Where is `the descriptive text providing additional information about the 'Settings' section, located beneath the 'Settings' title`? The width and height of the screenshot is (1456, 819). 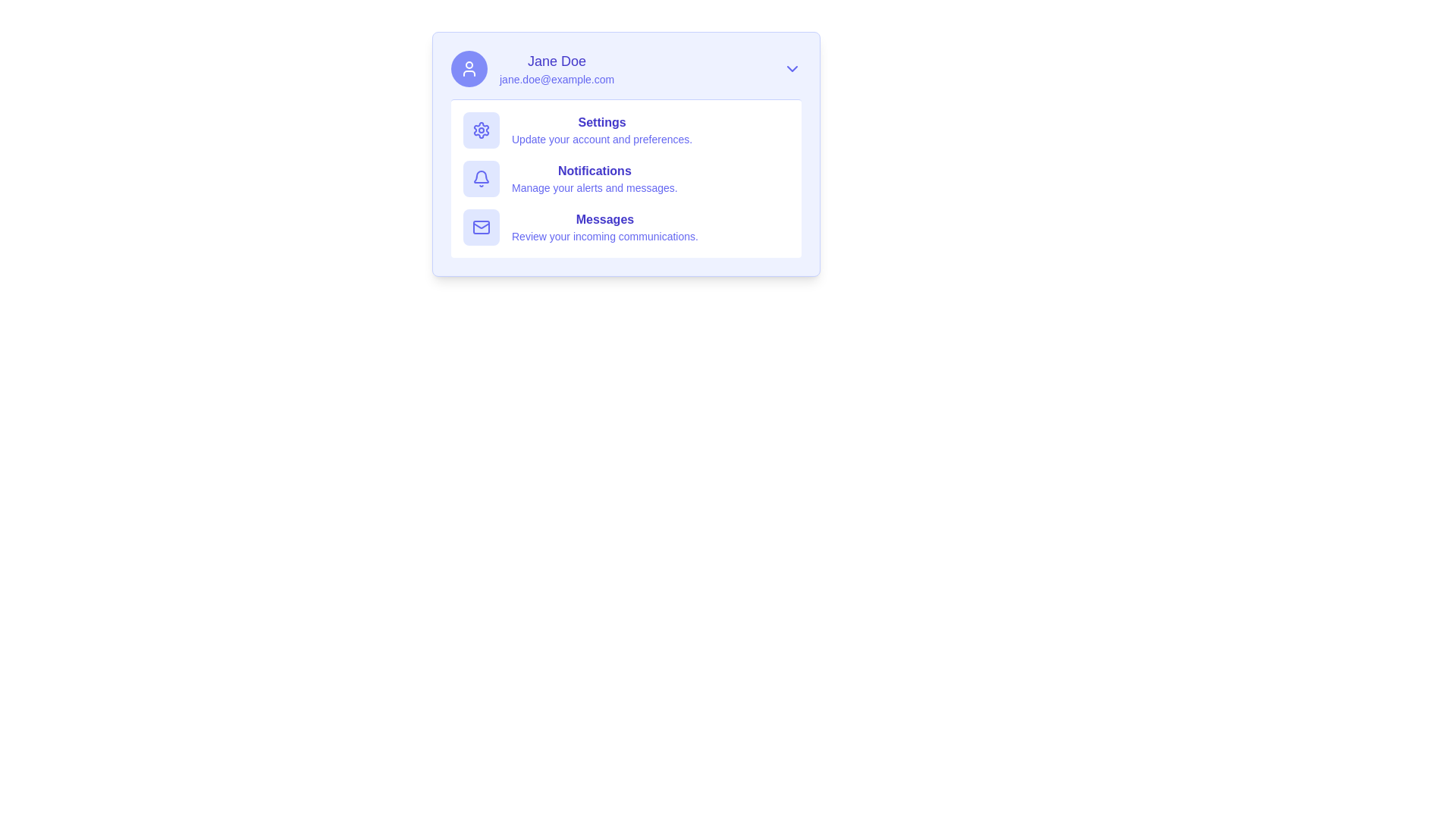
the descriptive text providing additional information about the 'Settings' section, located beneath the 'Settings' title is located at coordinates (601, 140).